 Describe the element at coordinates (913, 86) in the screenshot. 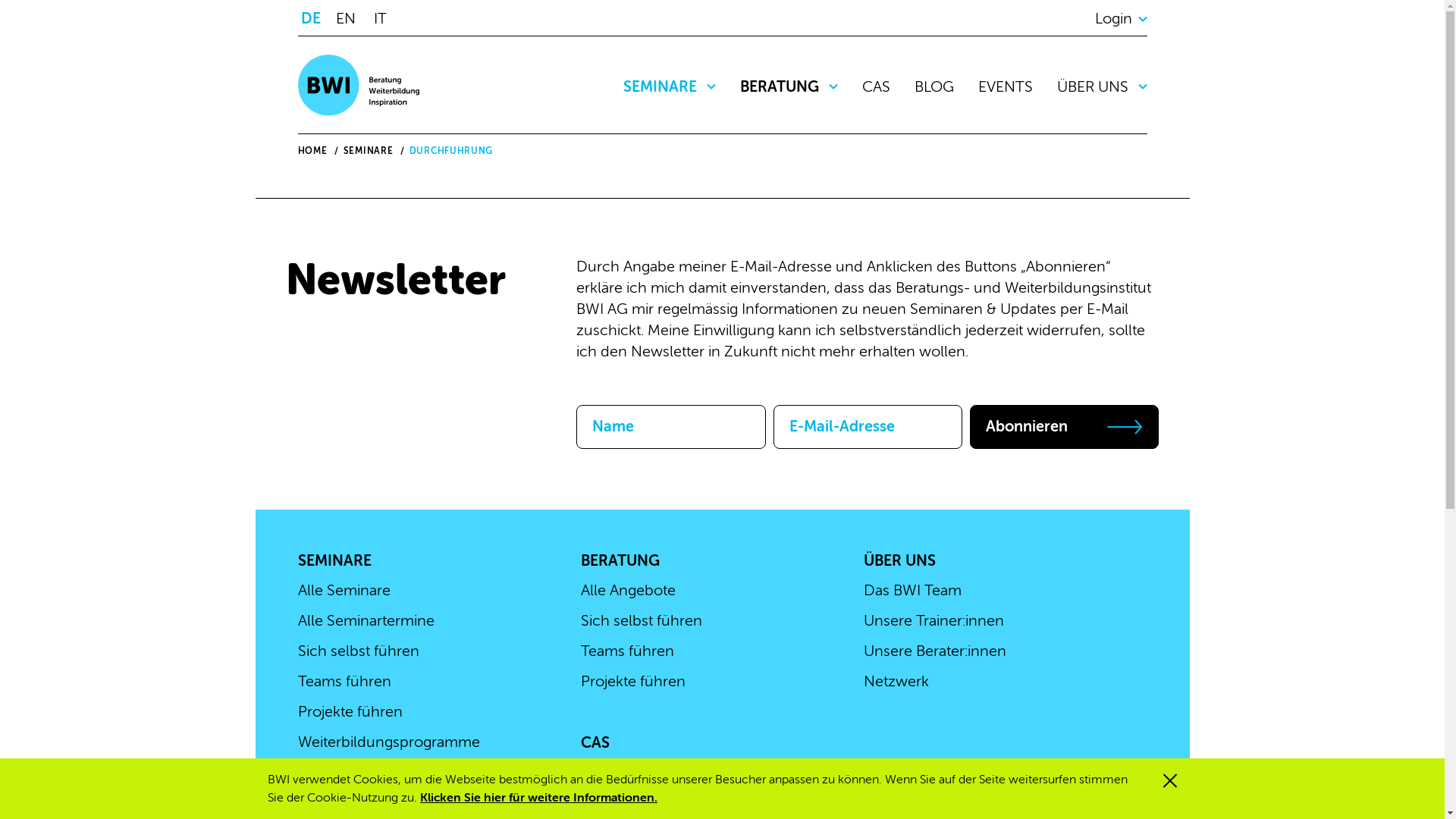

I see `'BLOG'` at that location.